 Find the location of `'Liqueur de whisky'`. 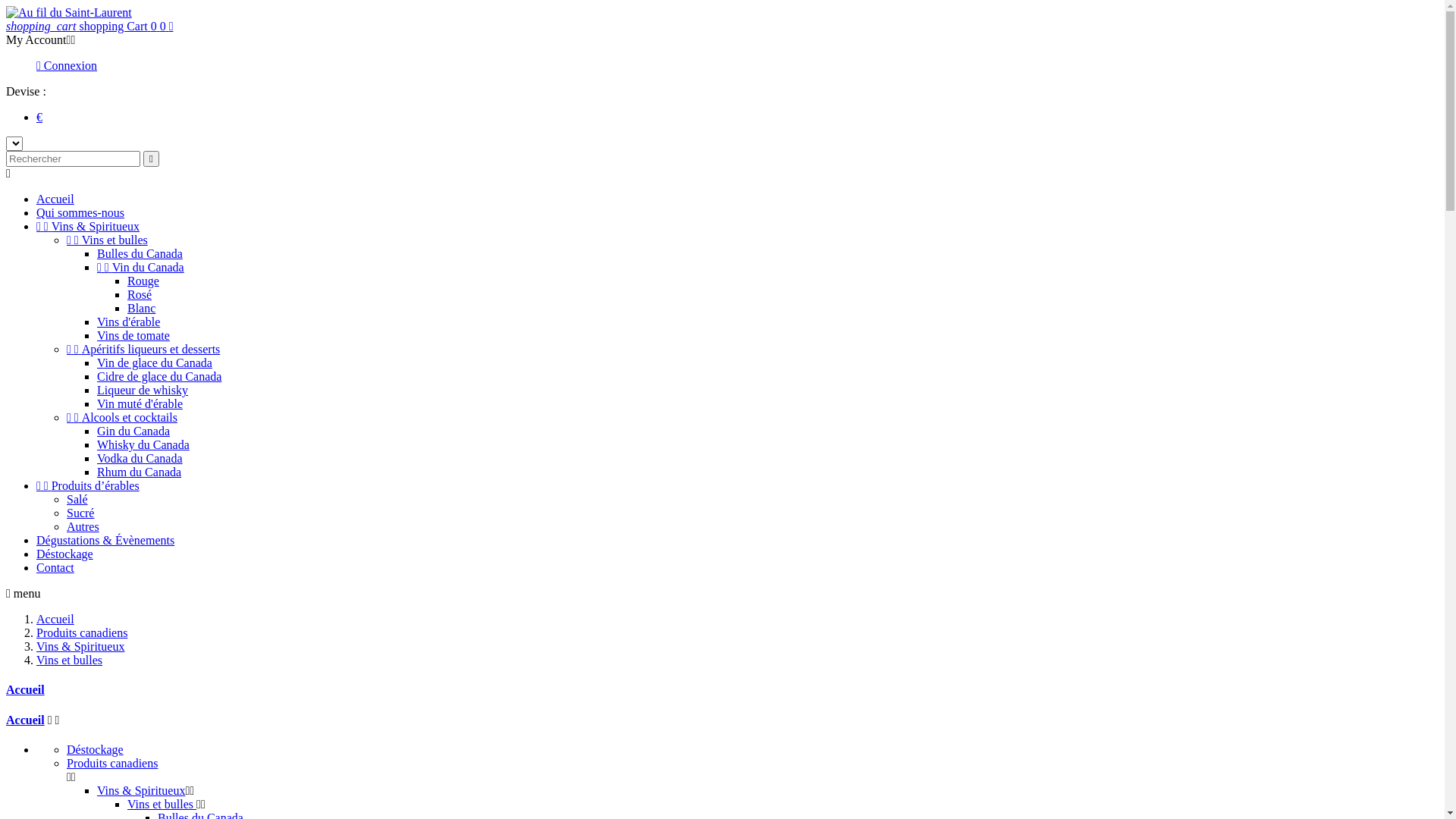

'Liqueur de whisky' is located at coordinates (96, 389).